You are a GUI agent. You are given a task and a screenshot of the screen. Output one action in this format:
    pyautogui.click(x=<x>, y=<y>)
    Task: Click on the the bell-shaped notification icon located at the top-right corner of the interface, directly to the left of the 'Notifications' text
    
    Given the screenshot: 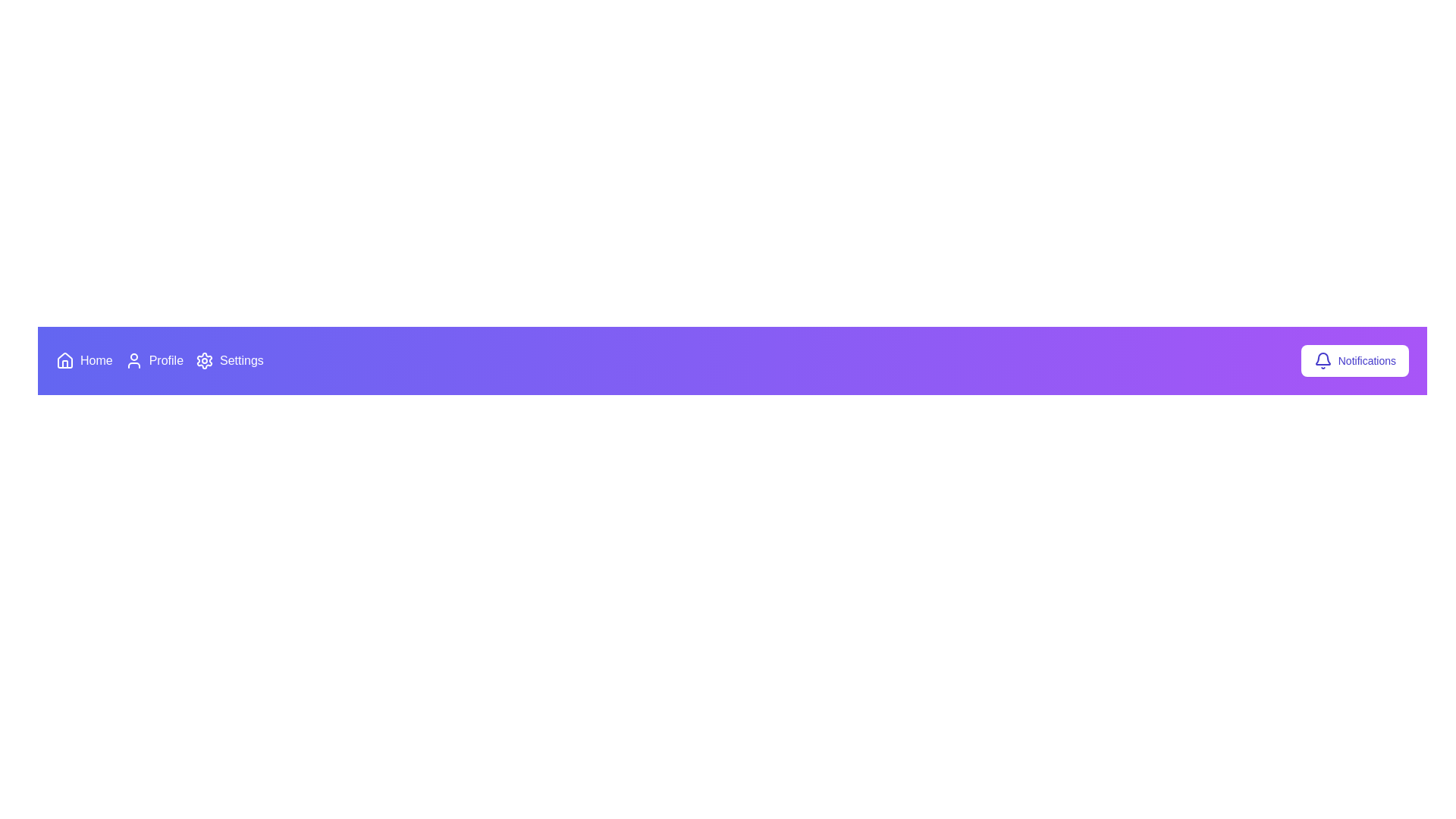 What is the action you would take?
    pyautogui.click(x=1322, y=360)
    